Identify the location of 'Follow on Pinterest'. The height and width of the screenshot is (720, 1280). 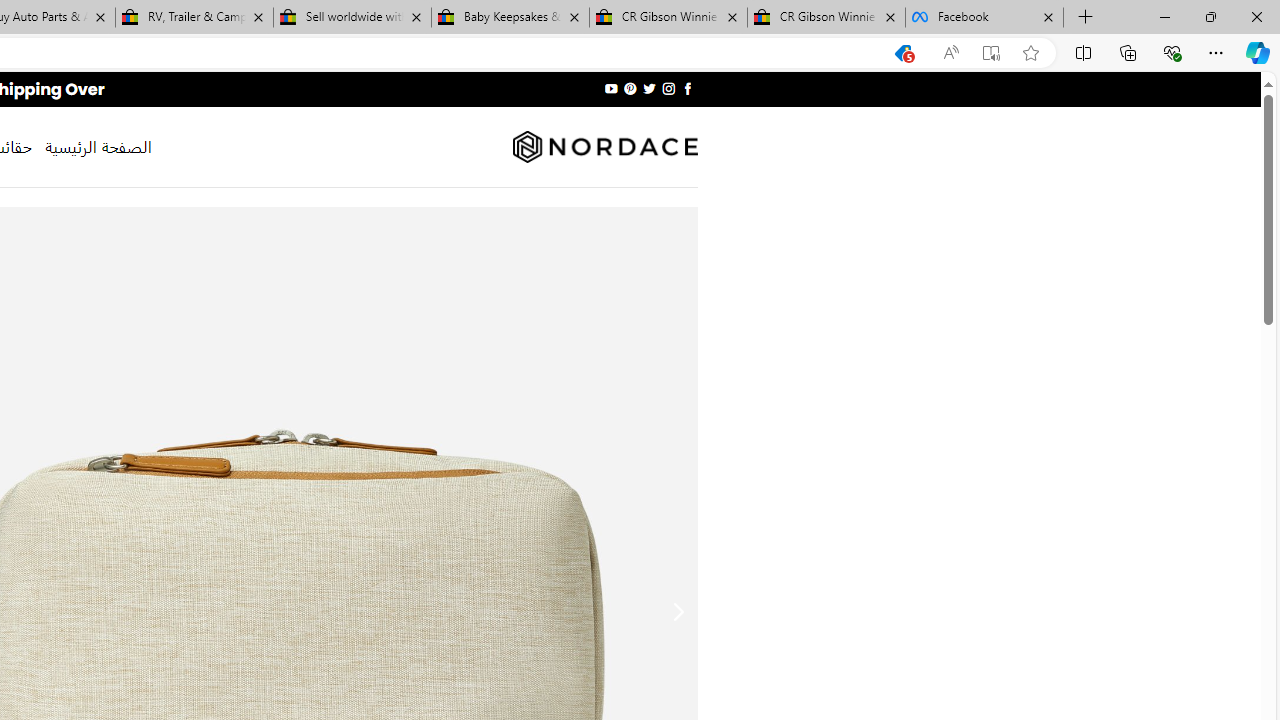
(630, 88).